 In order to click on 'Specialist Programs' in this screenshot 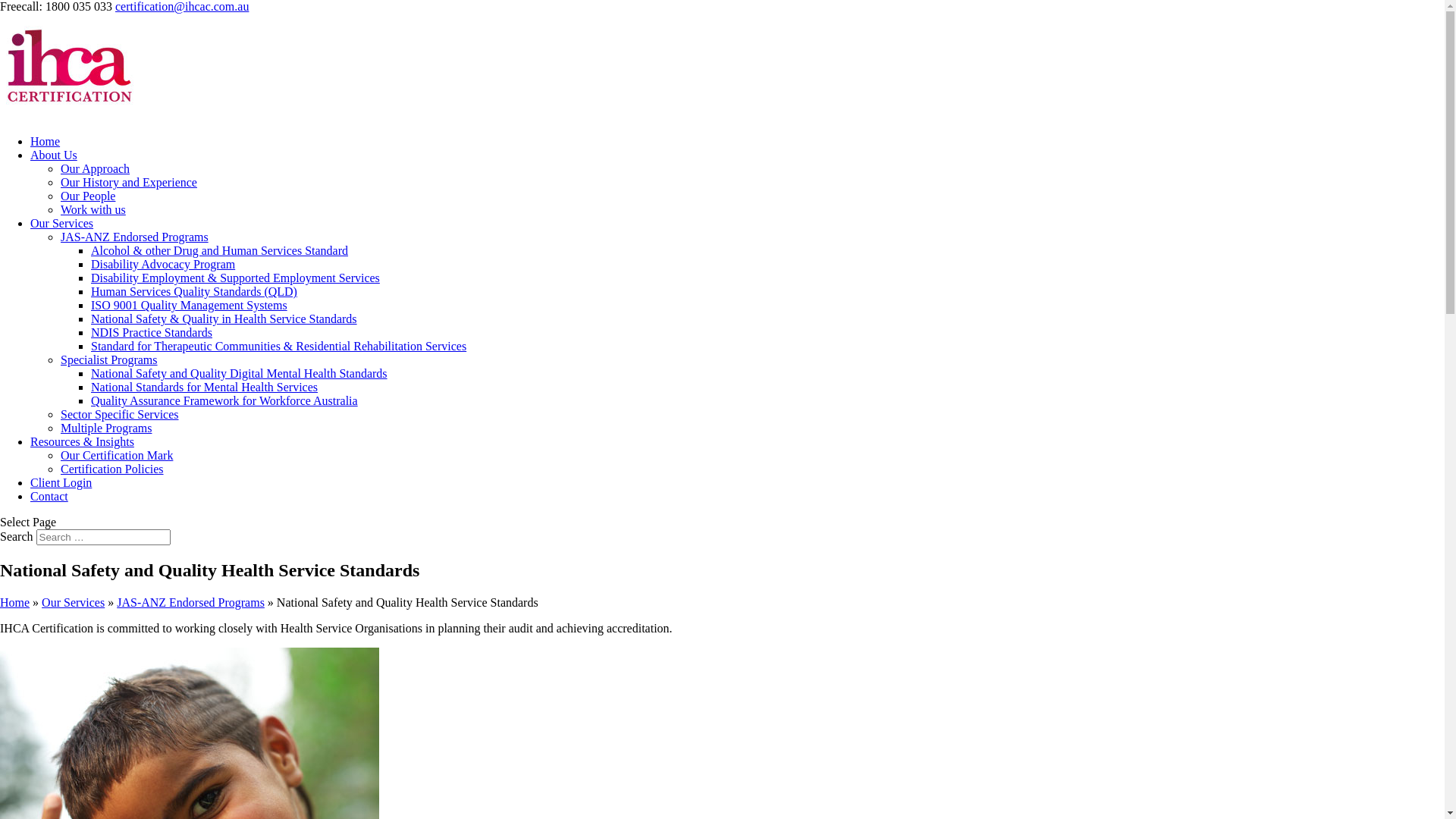, I will do `click(108, 359)`.